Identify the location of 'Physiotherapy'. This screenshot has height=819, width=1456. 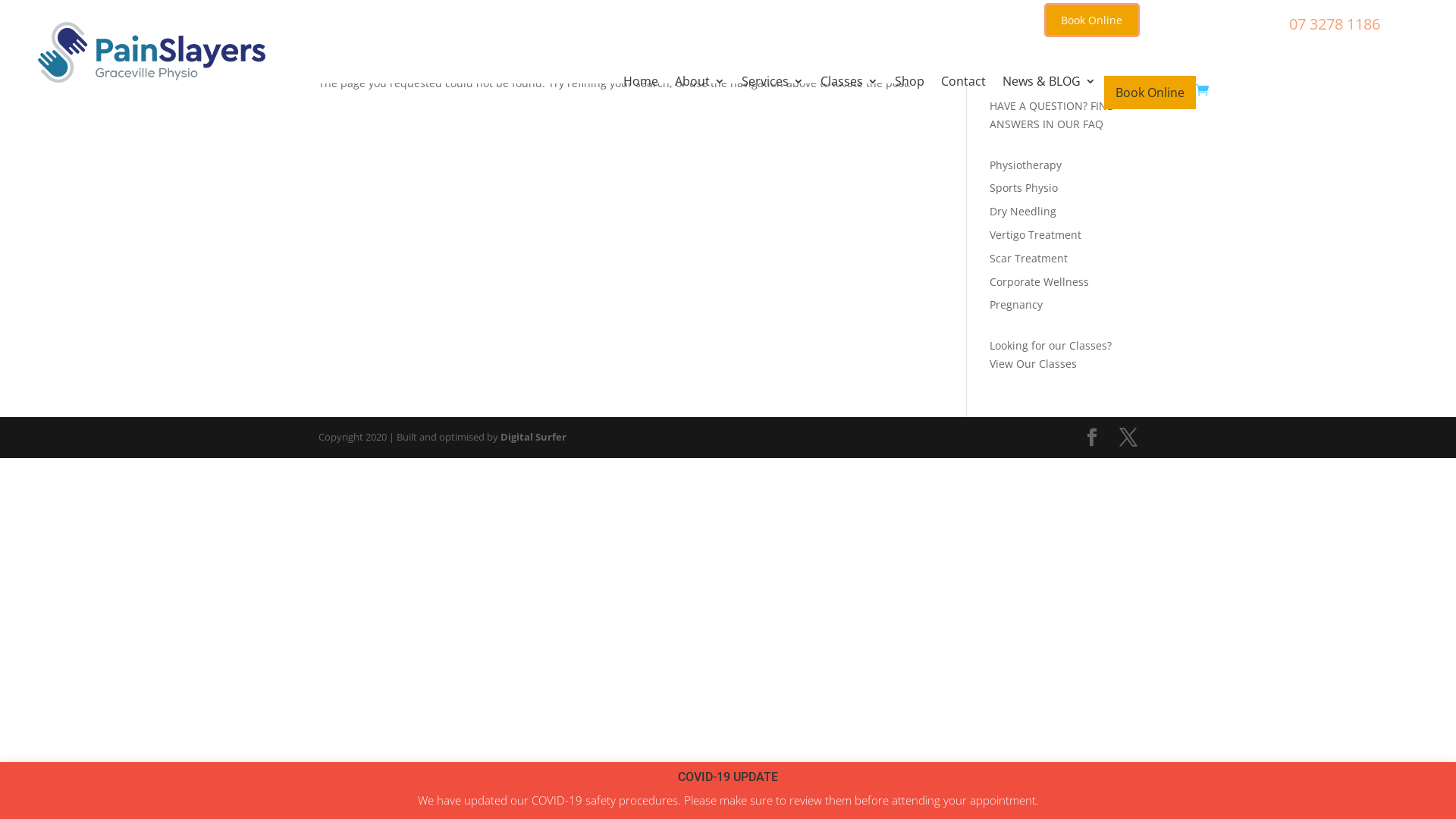
(1025, 165).